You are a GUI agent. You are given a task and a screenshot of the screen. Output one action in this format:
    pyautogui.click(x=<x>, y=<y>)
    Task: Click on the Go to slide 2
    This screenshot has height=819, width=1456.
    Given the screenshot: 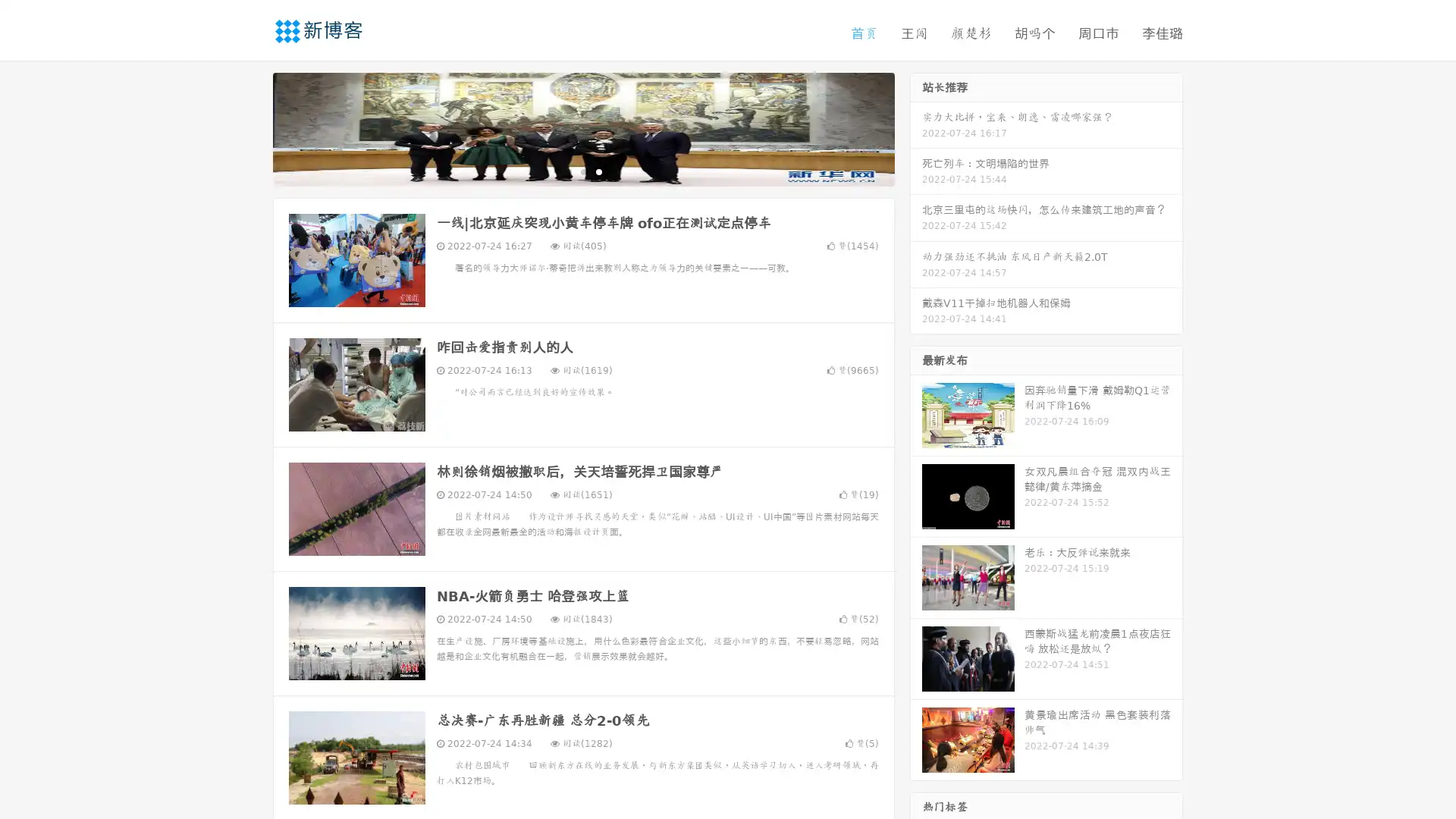 What is the action you would take?
    pyautogui.click(x=582, y=171)
    